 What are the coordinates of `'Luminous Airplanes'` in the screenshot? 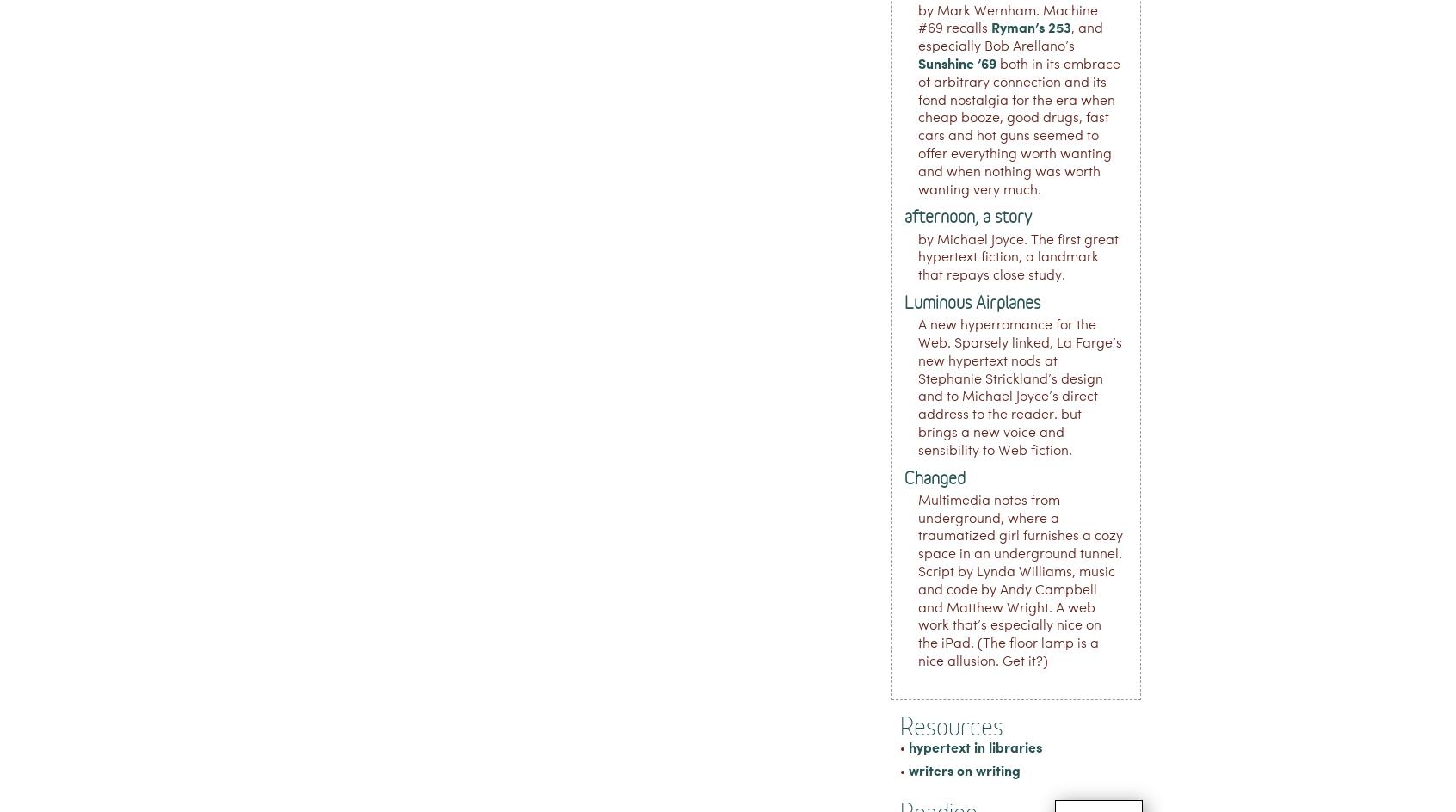 It's located at (971, 300).